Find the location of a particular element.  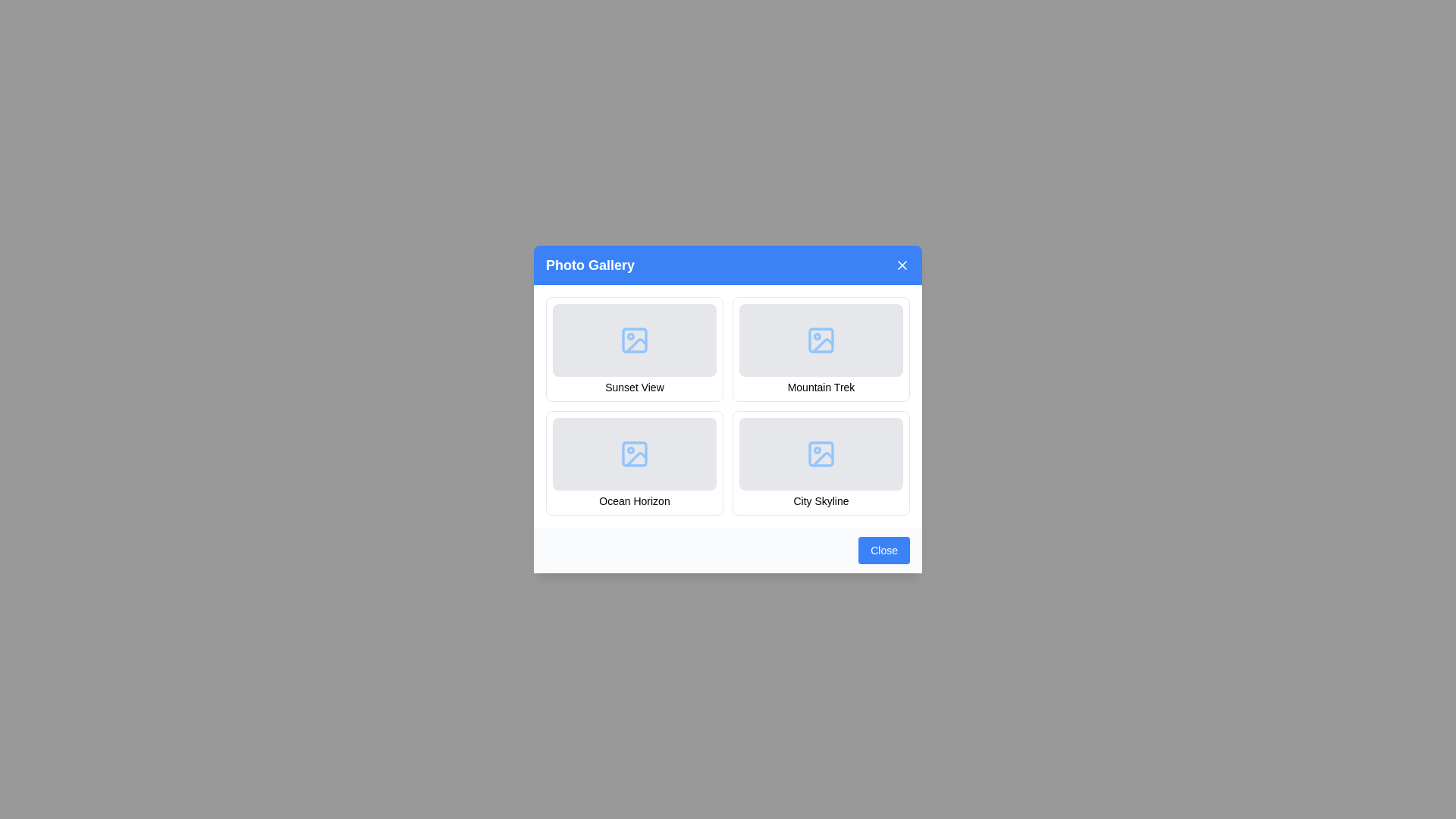

the image placeholder is located at coordinates (634, 339).